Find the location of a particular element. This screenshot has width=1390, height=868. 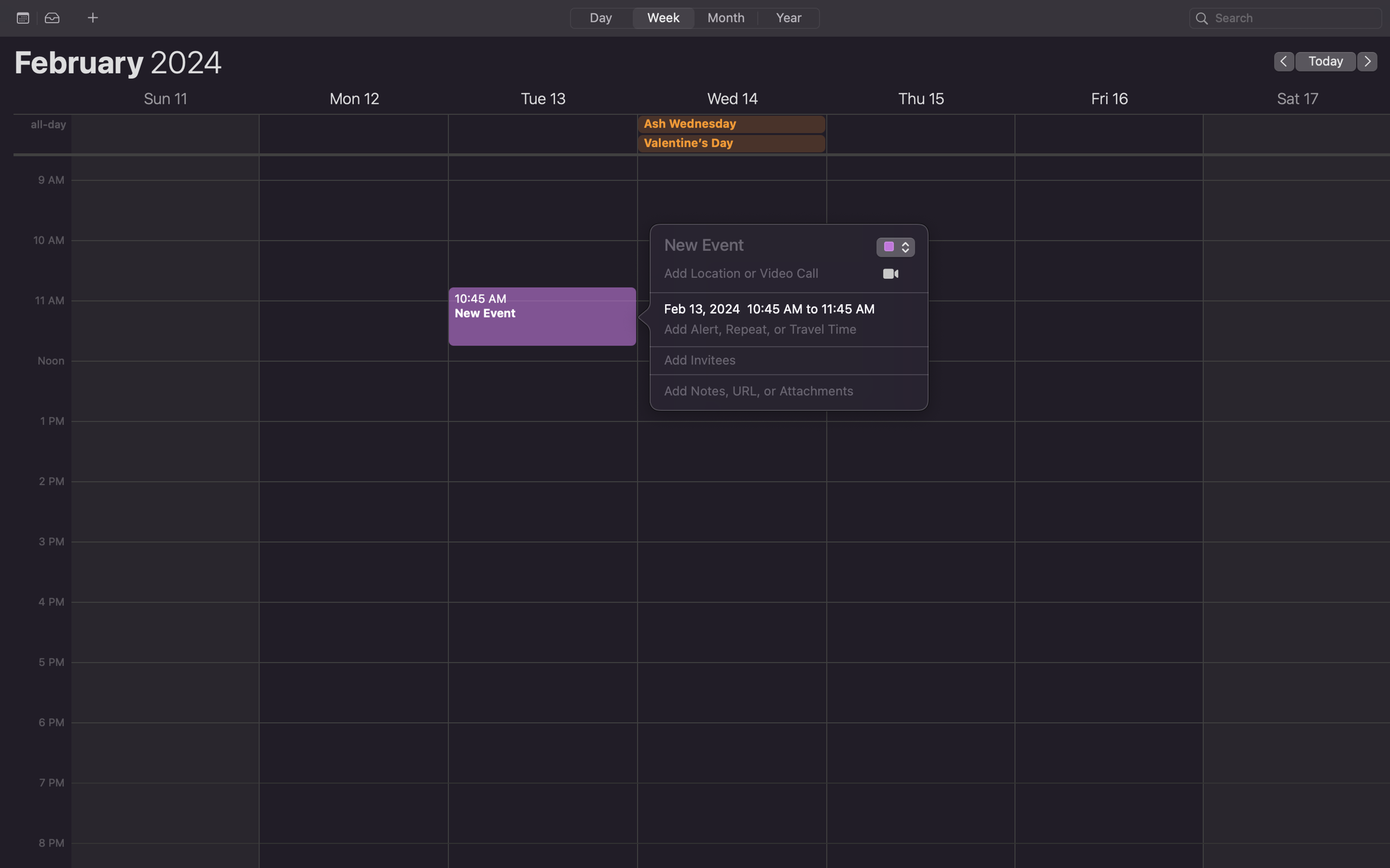

Facetime into the choices for video call applications is located at coordinates (890, 274).